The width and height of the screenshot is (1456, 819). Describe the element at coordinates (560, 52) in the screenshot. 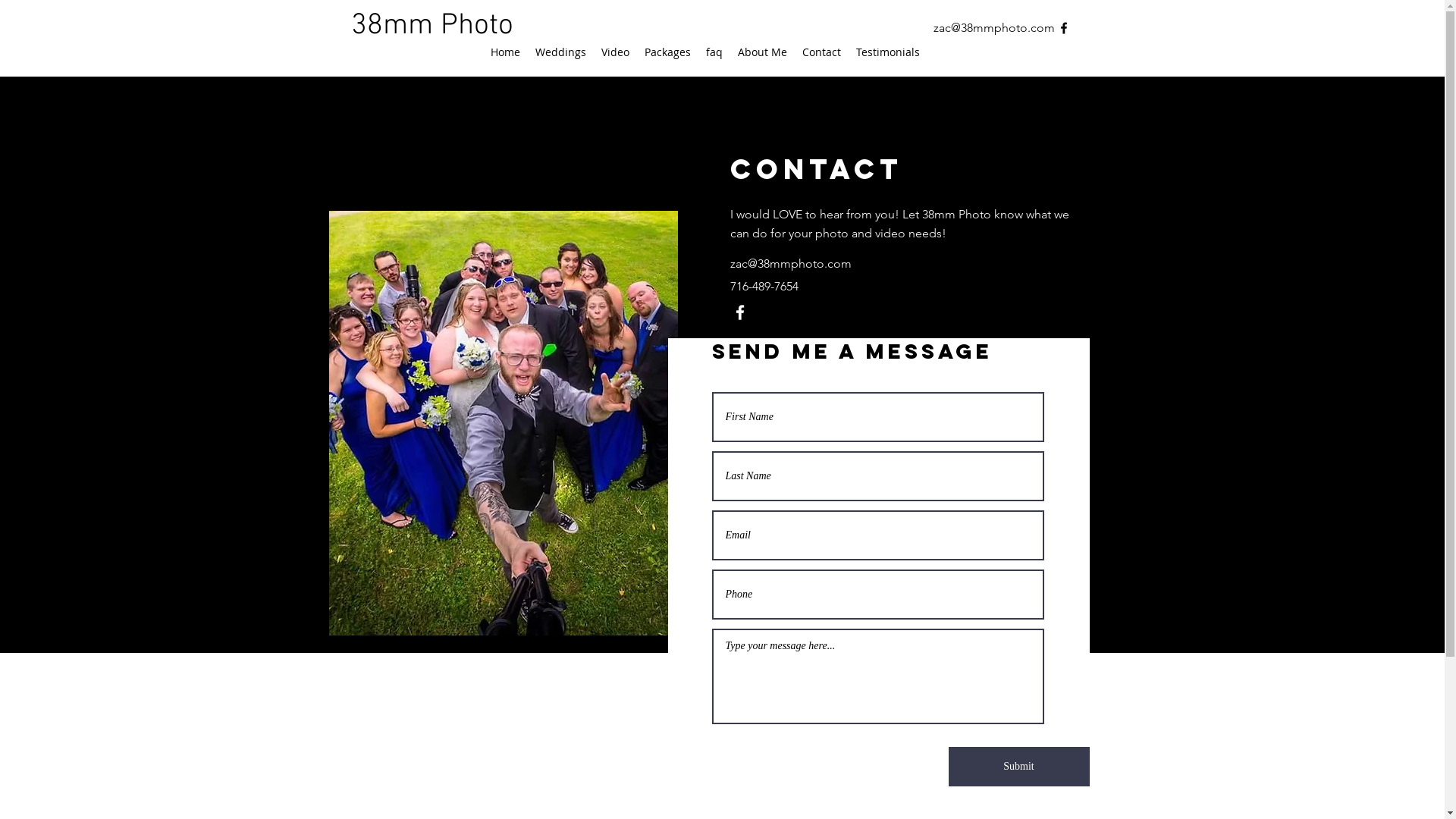

I see `'Weddings'` at that location.